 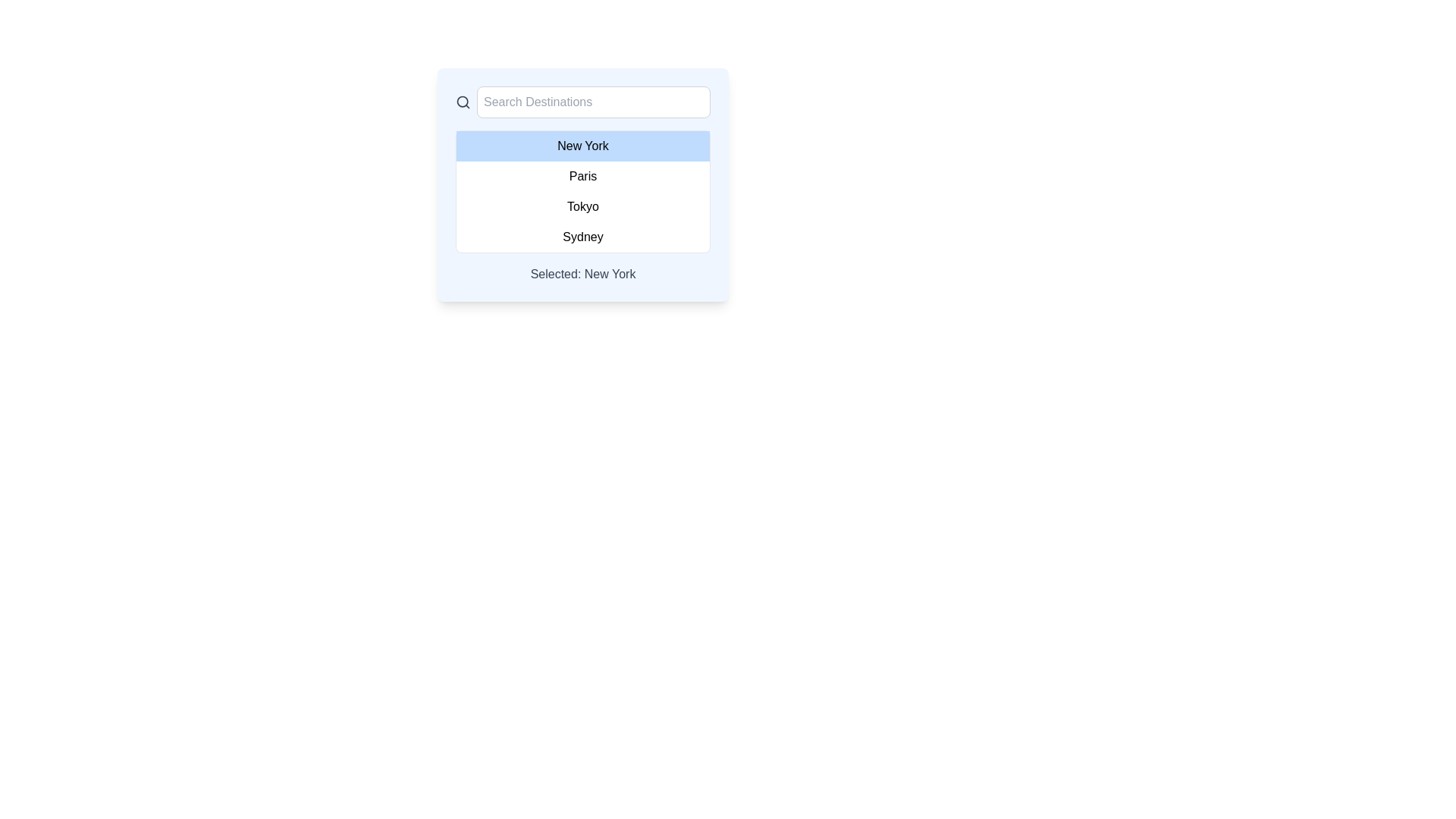 What do you see at coordinates (462, 102) in the screenshot?
I see `the circular search icon with a magnifying glass design located to the inside-left of the text input field labeled 'Search Destinations'` at bounding box center [462, 102].